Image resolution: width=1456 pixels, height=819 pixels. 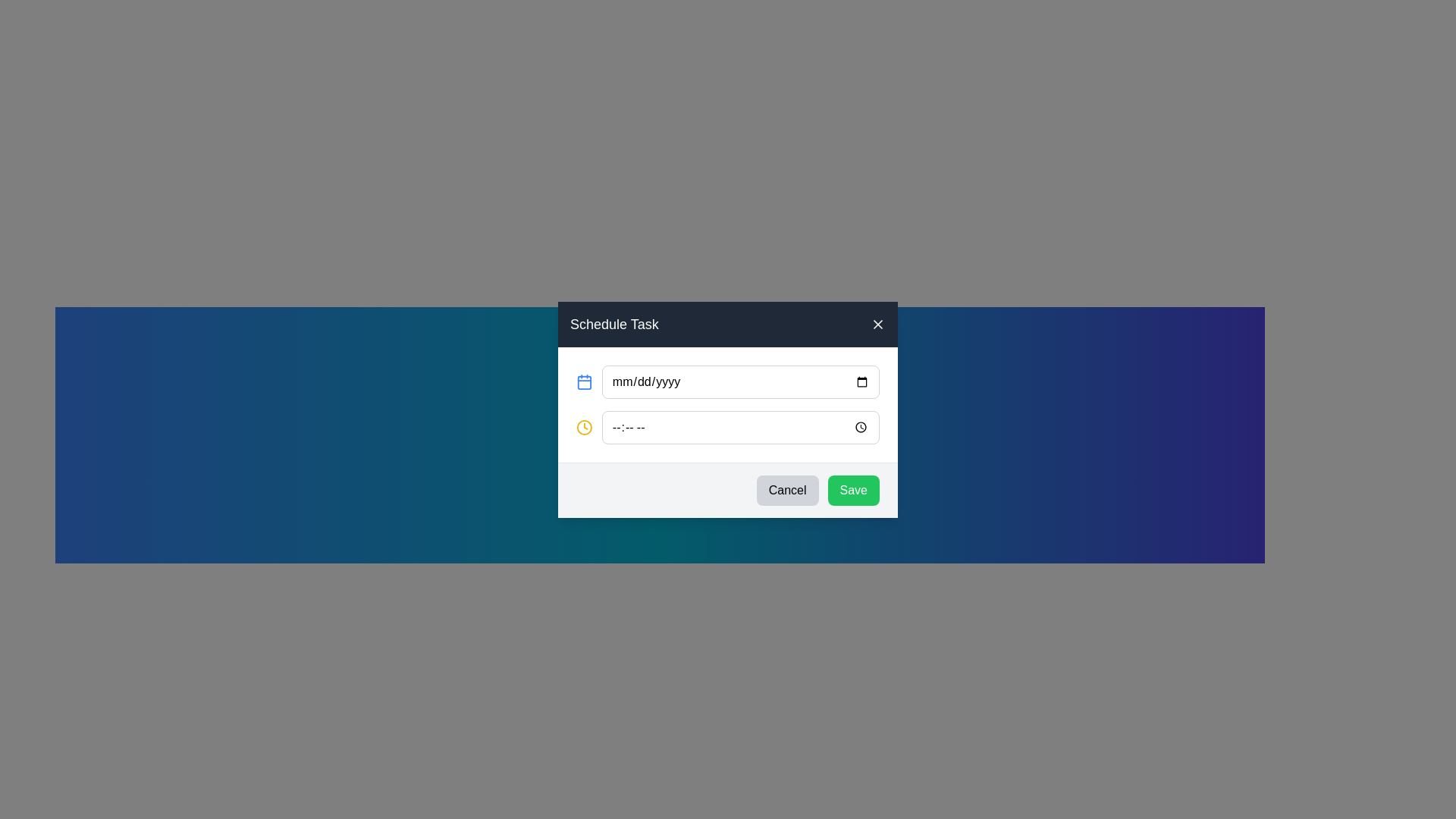 What do you see at coordinates (614, 323) in the screenshot?
I see `the 'Schedule Task' static text label, which is displayed in large white text on a dark gray background within the header bar of the dialog box` at bounding box center [614, 323].